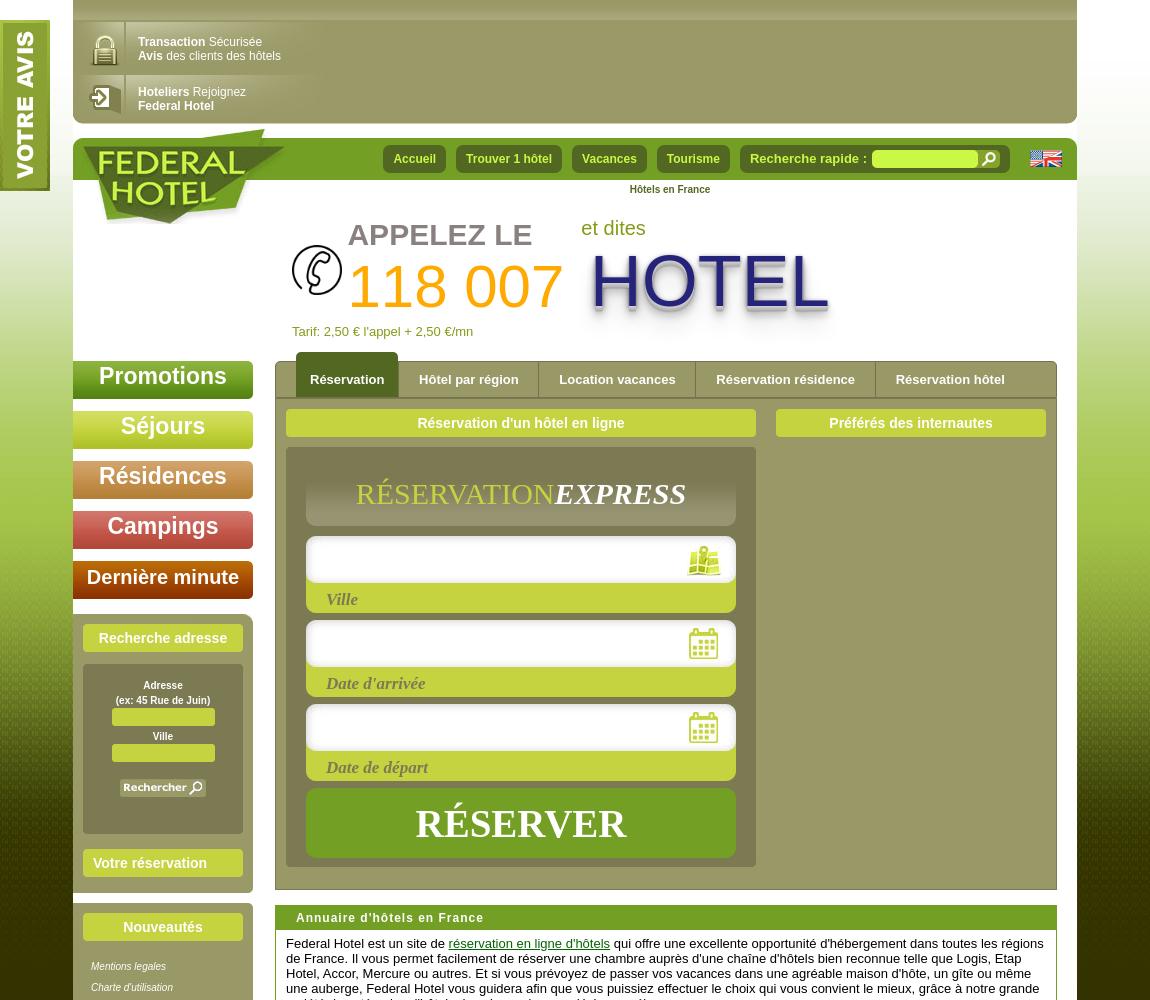 The width and height of the screenshot is (1150, 1000). Describe the element at coordinates (553, 492) in the screenshot. I see `'express'` at that location.